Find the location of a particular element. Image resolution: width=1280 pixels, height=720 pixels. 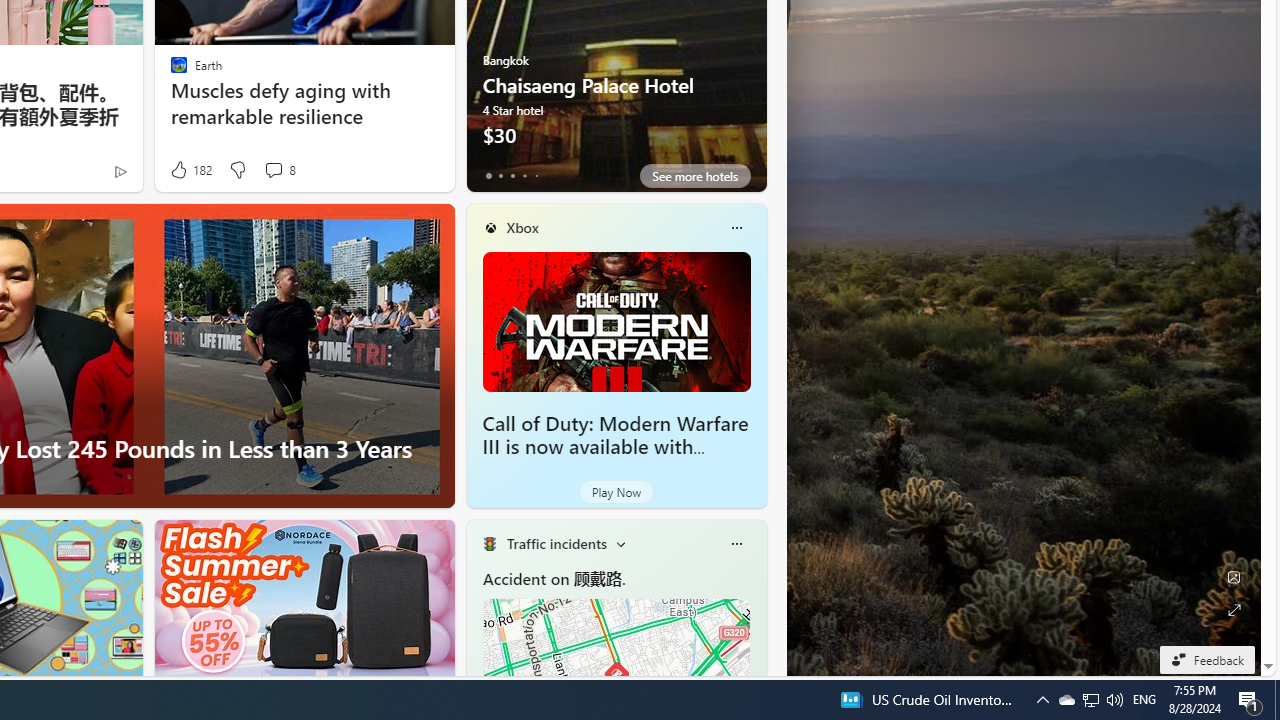

'tab-4' is located at coordinates (536, 175).